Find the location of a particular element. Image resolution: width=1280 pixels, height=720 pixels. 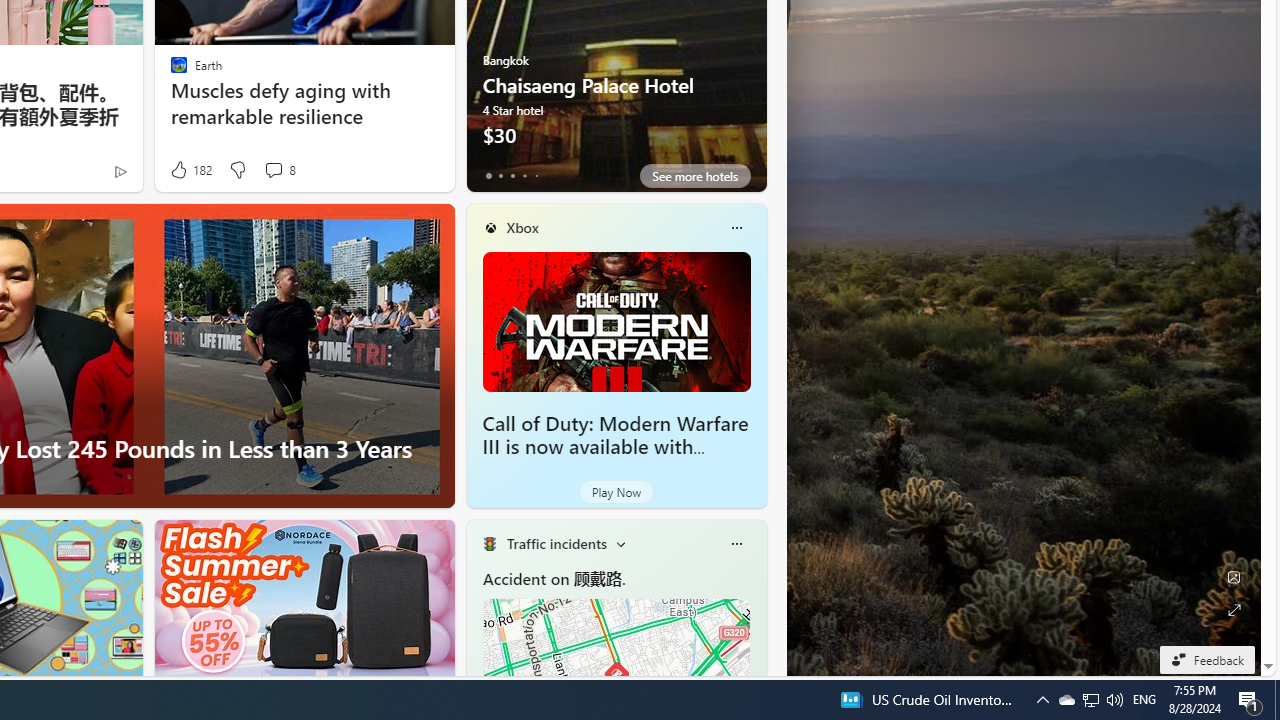

'tab-4' is located at coordinates (536, 175).